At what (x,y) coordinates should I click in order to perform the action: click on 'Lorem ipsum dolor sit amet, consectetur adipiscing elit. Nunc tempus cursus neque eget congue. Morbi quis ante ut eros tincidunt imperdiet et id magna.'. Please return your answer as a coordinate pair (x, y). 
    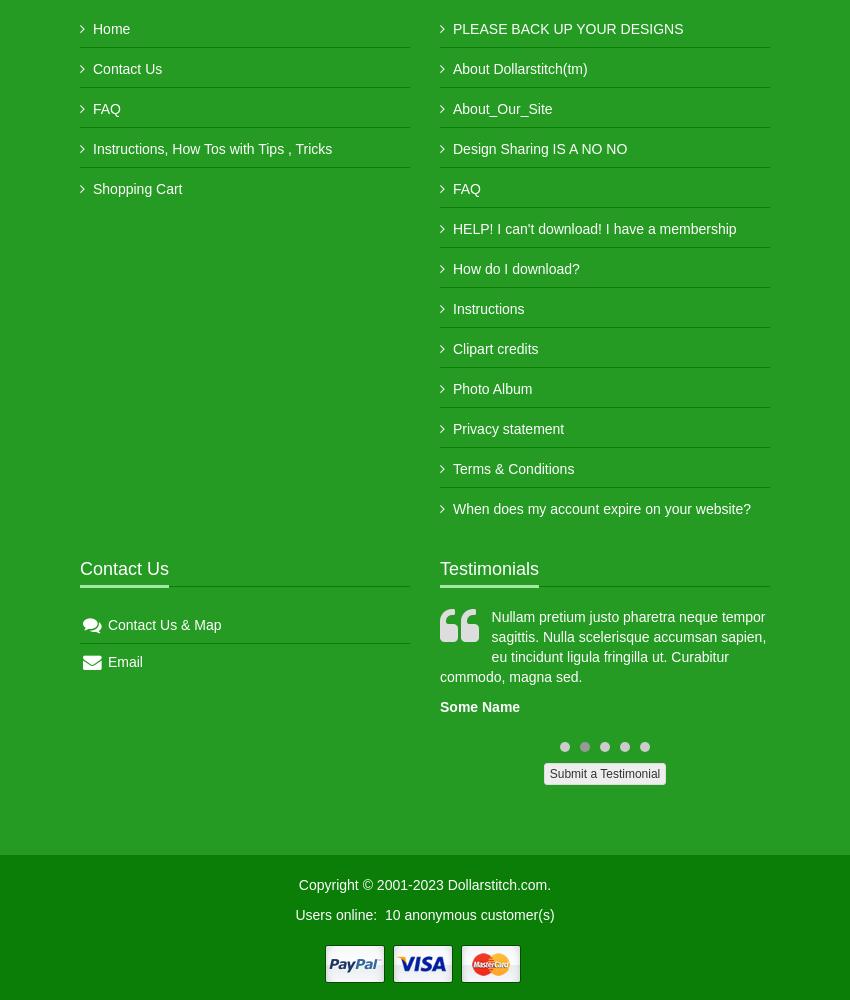
    Looking at the image, I should click on (265, 647).